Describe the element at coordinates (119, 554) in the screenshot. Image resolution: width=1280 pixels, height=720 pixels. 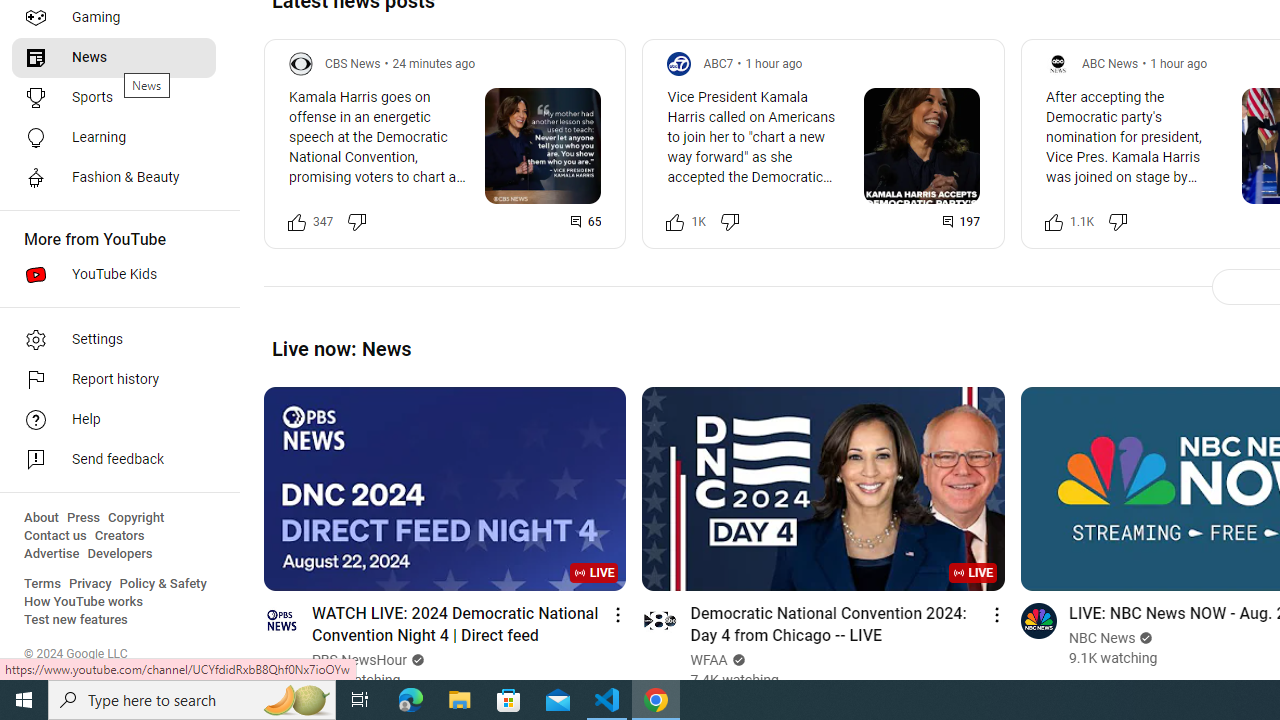
I see `'Developers'` at that location.